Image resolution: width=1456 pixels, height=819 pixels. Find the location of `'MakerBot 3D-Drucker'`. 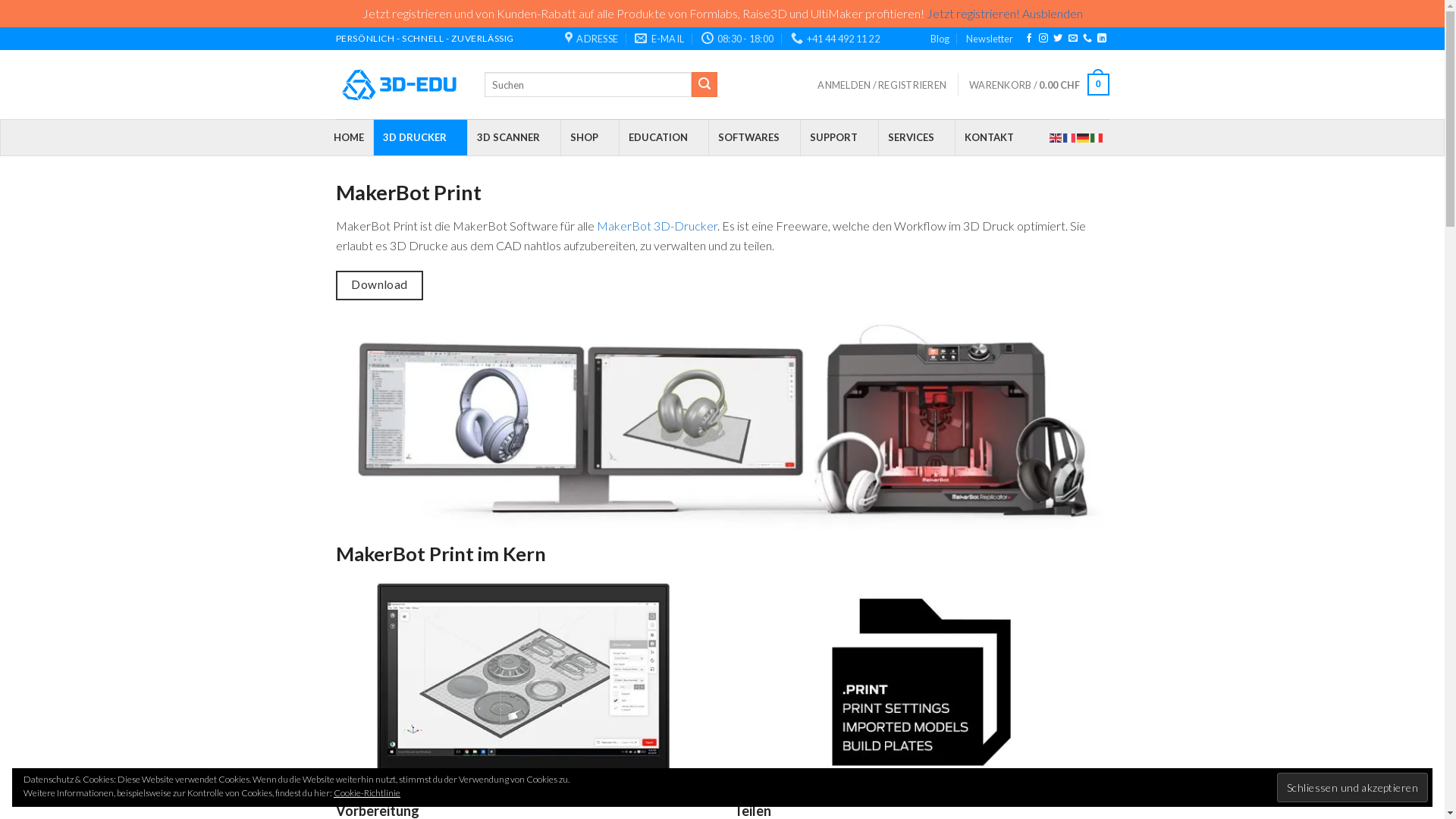

'MakerBot 3D-Drucker' is located at coordinates (595, 225).